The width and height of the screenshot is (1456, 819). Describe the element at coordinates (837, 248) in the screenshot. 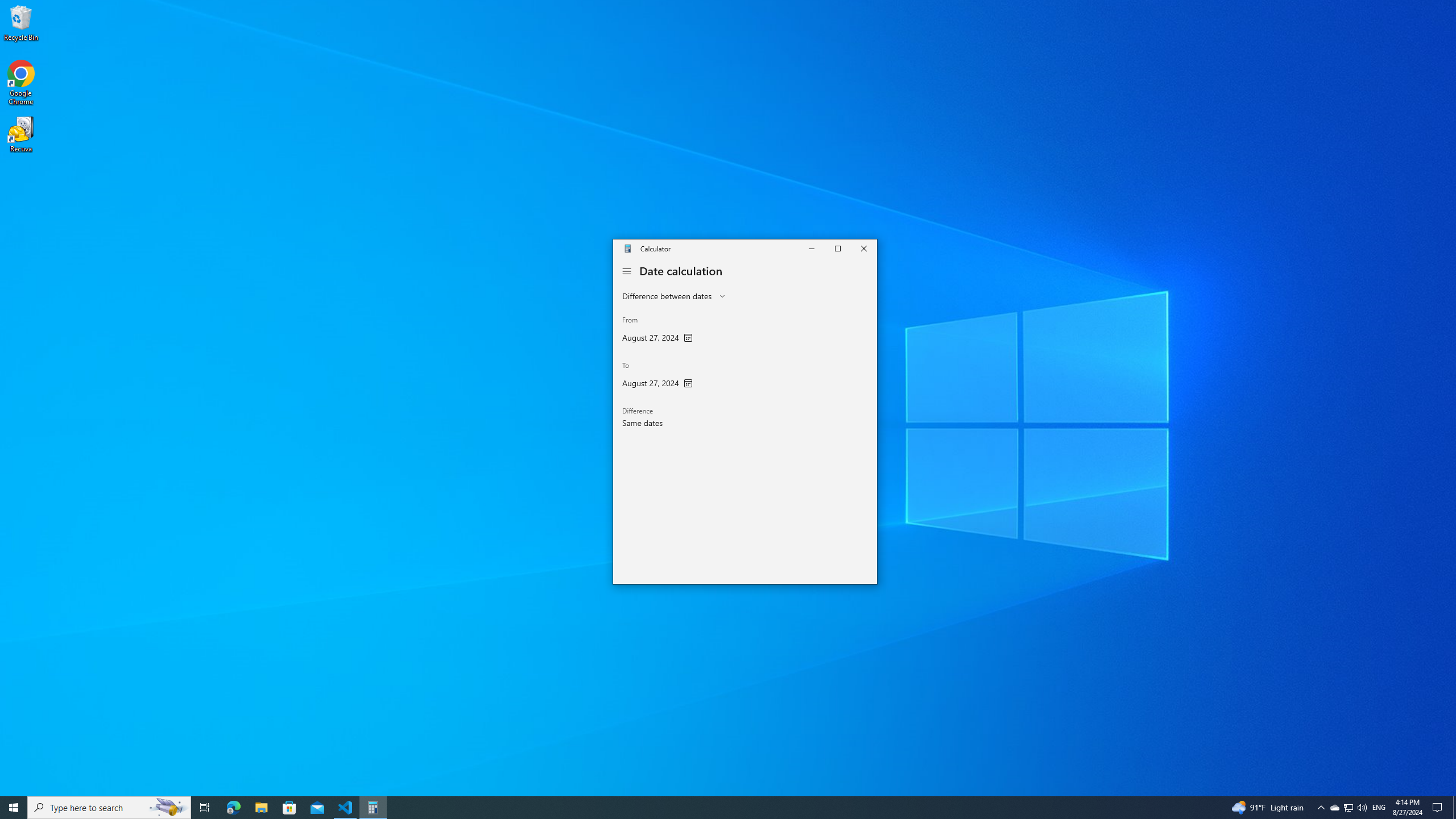

I see `'Maximize Calculator'` at that location.